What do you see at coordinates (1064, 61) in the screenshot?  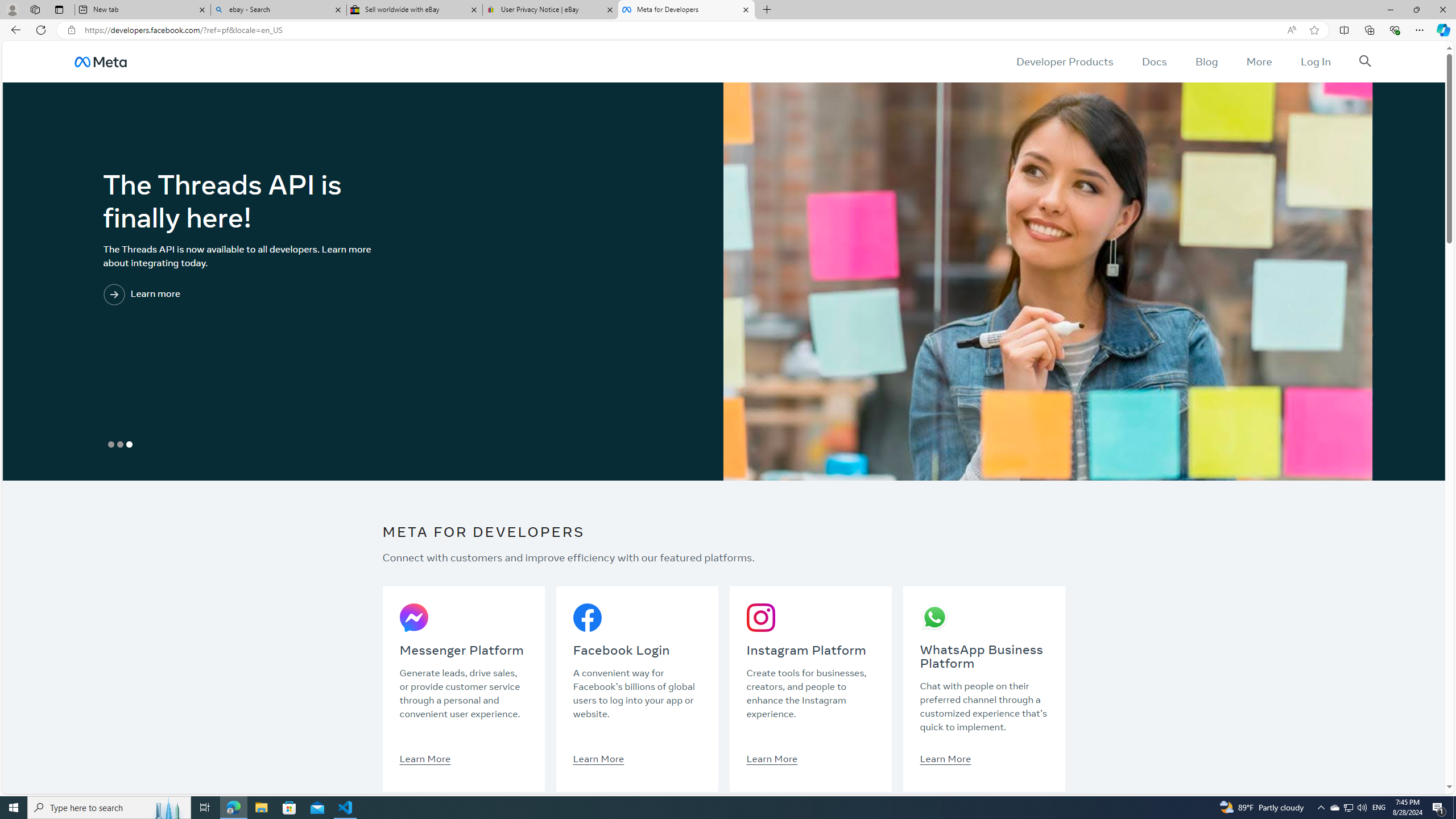 I see `'Developer Products'` at bounding box center [1064, 61].